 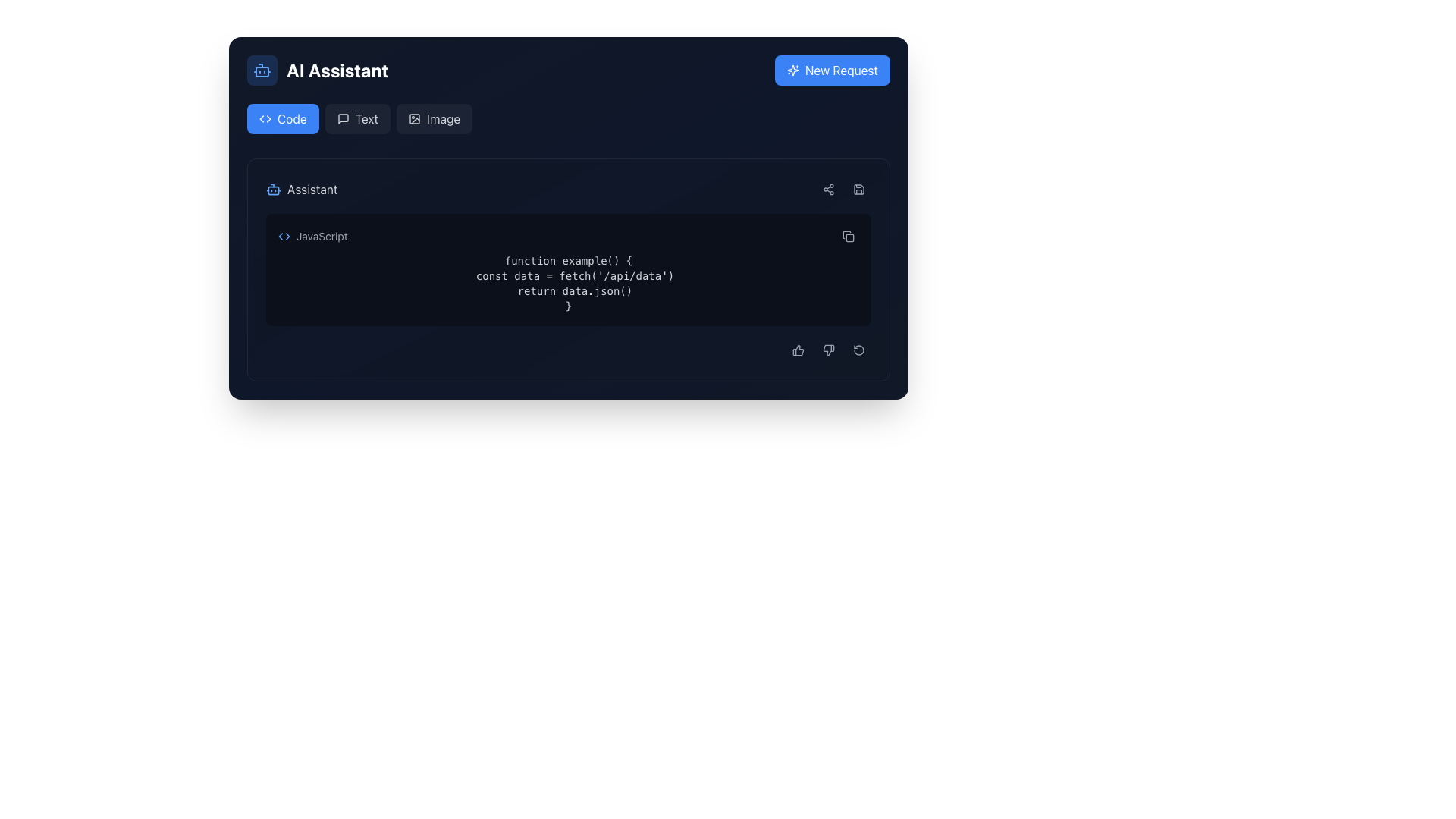 What do you see at coordinates (828, 350) in the screenshot?
I see `the interactive button featuring a grayish 'thumbs-down' icon with rounded corners to register a reaction` at bounding box center [828, 350].